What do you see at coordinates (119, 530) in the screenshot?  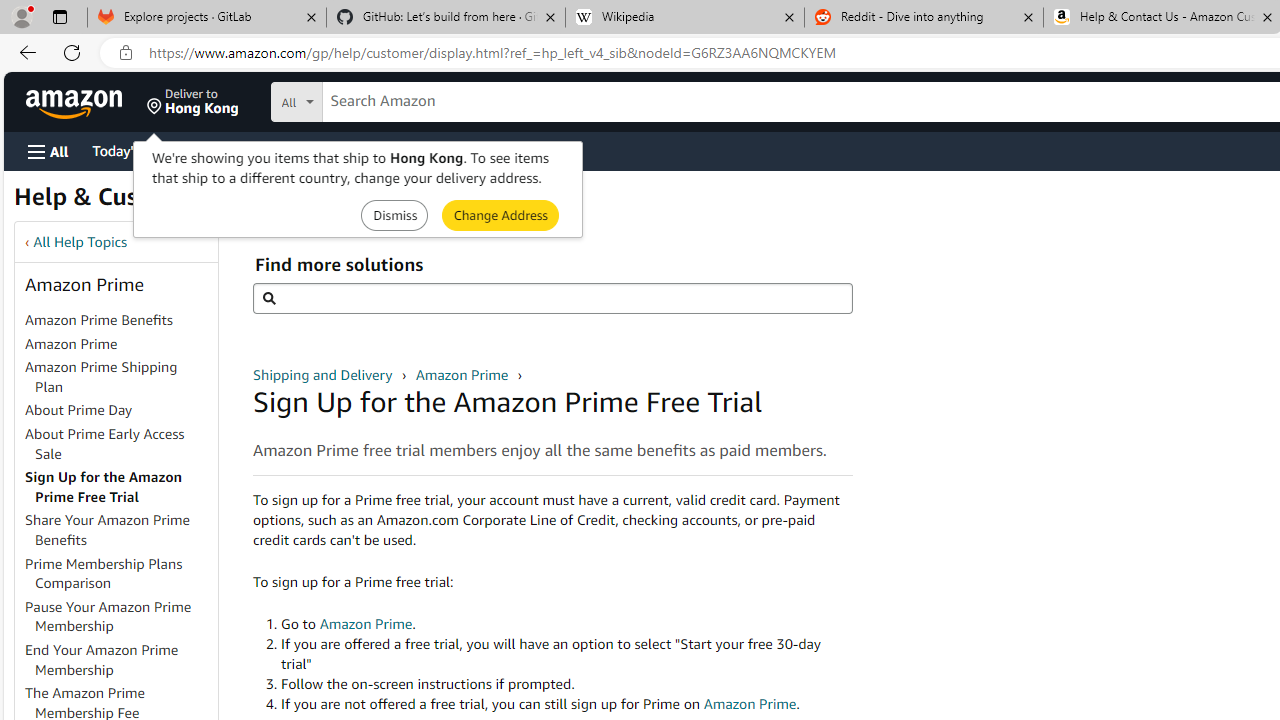 I see `'Share Your Amazon Prime Benefits'` at bounding box center [119, 530].